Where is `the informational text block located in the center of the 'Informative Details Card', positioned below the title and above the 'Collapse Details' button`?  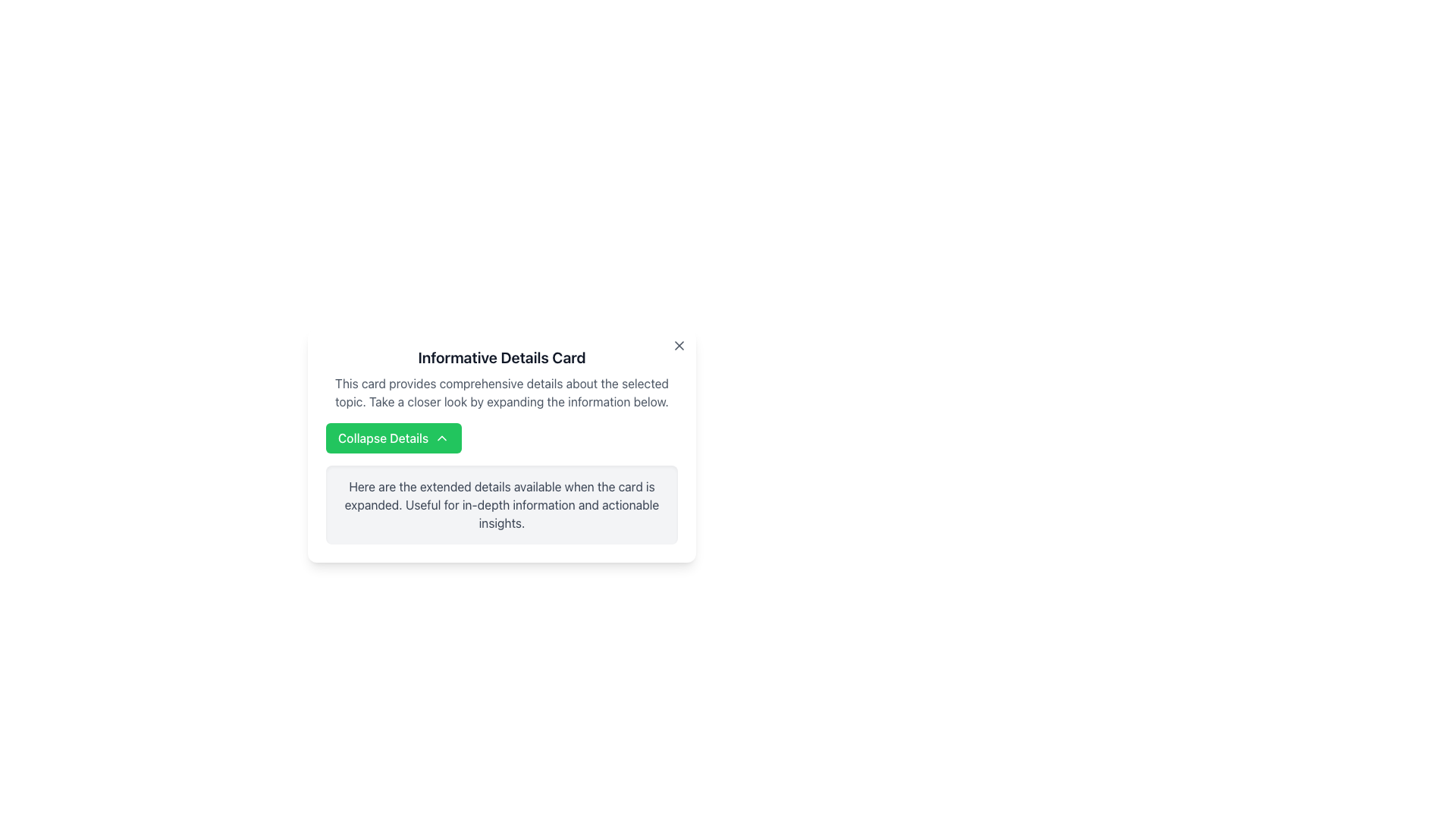 the informational text block located in the center of the 'Informative Details Card', positioned below the title and above the 'Collapse Details' button is located at coordinates (502, 391).